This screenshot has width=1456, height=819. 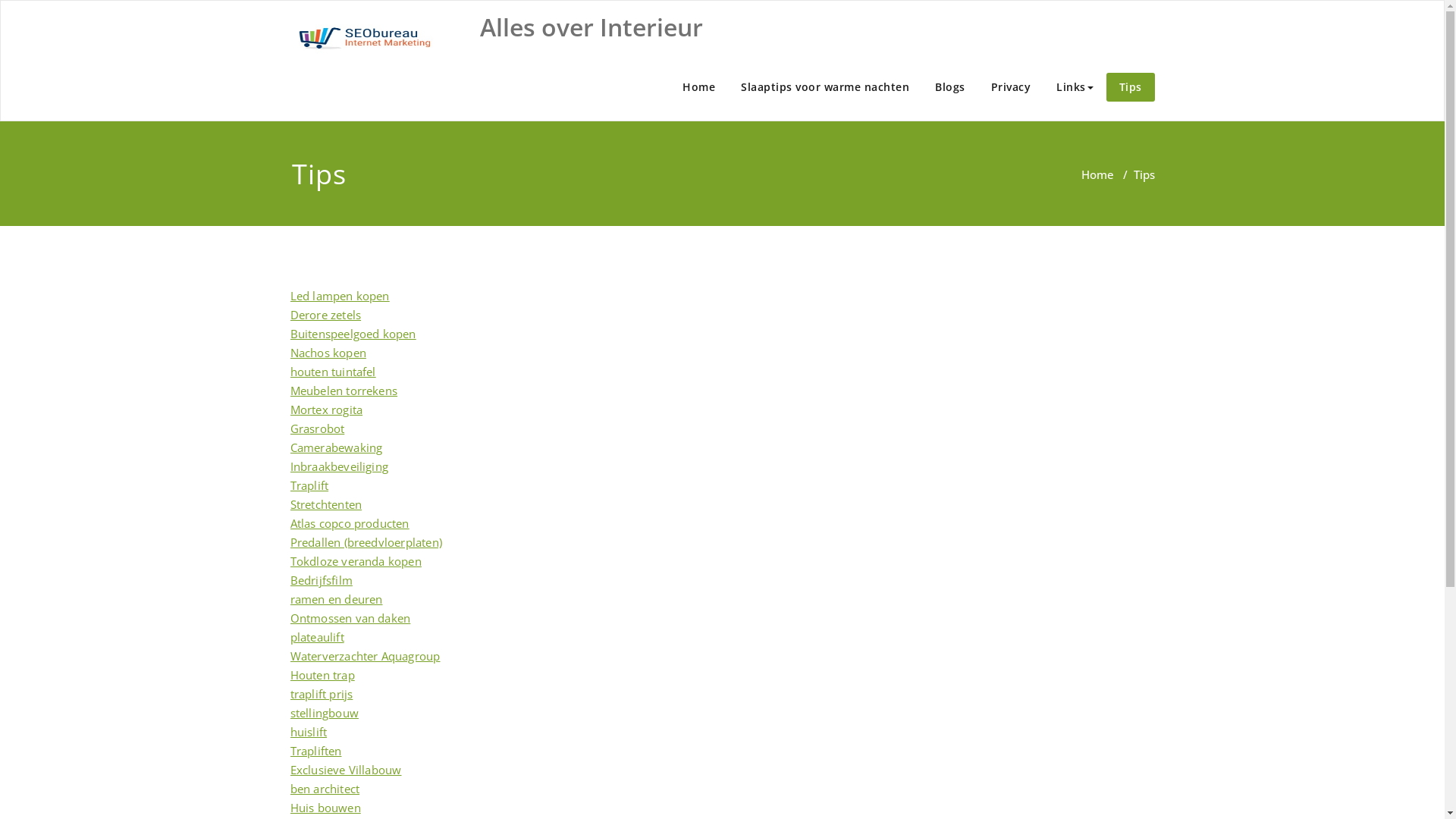 What do you see at coordinates (344, 769) in the screenshot?
I see `'Exclusieve Villabouw'` at bounding box center [344, 769].